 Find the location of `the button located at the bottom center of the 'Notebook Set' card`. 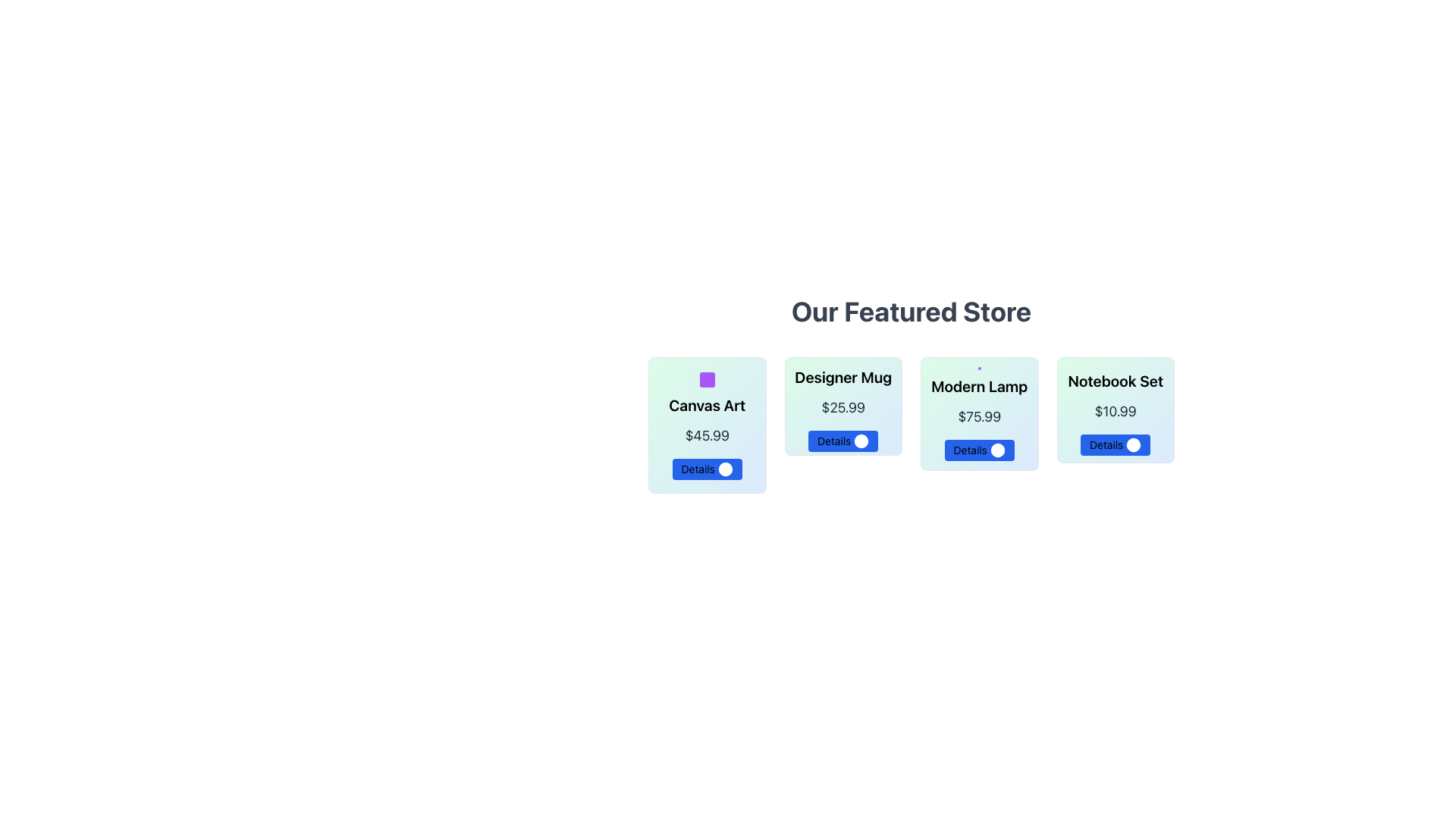

the button located at the bottom center of the 'Notebook Set' card is located at coordinates (1116, 444).